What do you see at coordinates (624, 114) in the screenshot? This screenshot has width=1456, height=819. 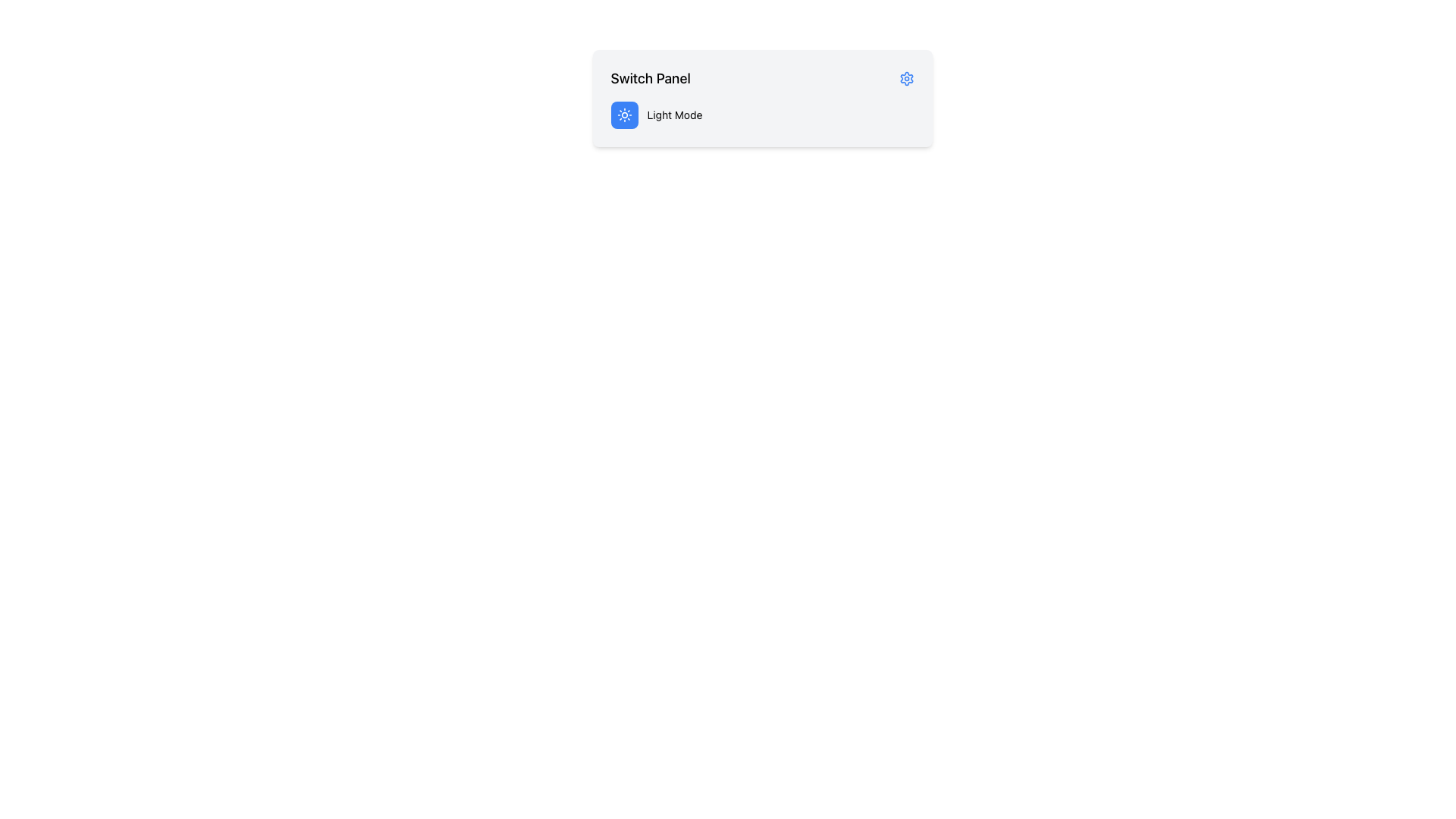 I see `the sun-shaped icon styled as a vector graphic, located within the 'Switch Panel' card inside a blue button, to the left of the 'Light Mode' text` at bounding box center [624, 114].